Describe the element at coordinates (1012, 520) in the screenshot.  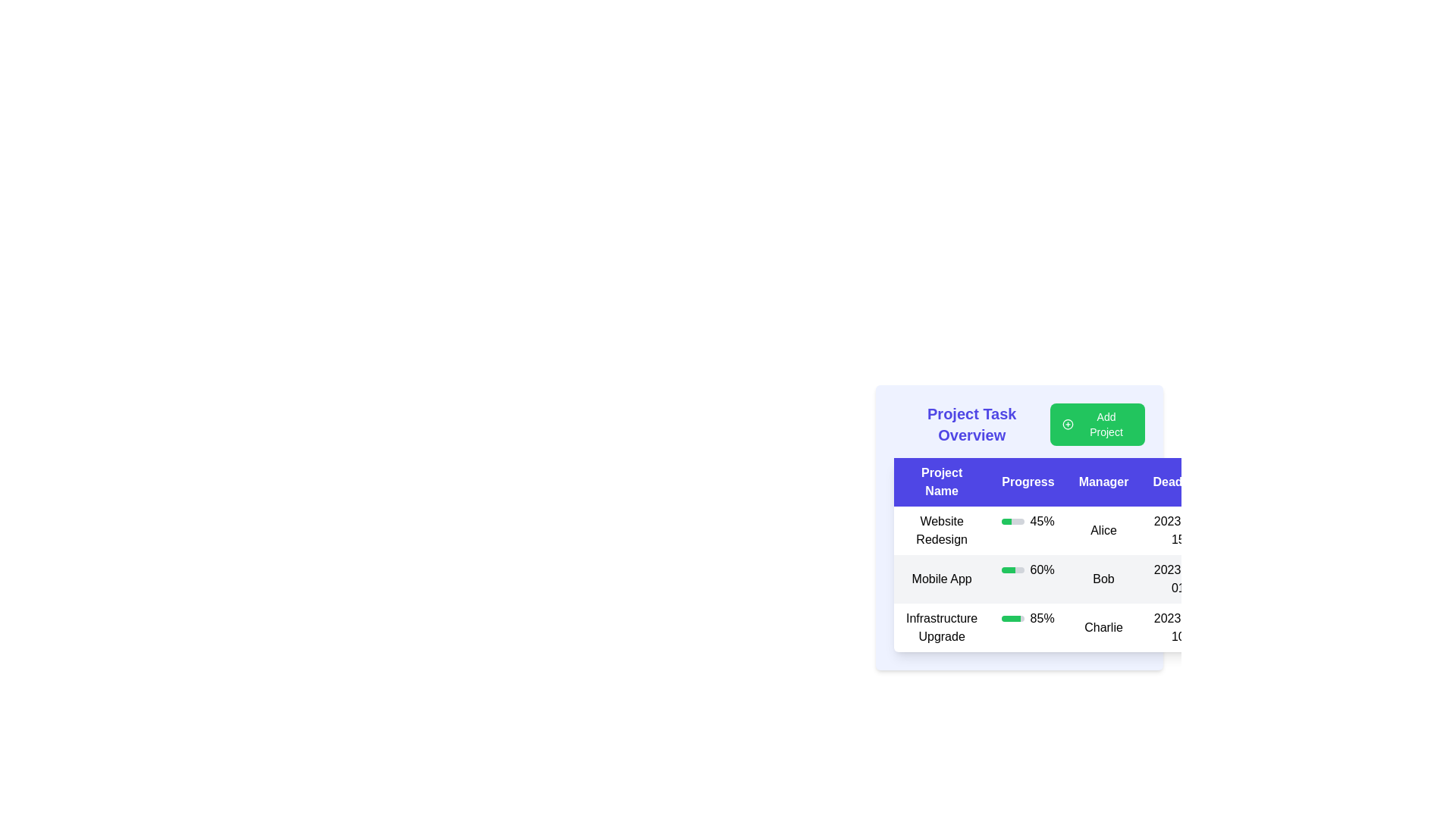
I see `the progress bar indicating 45% completion for the 'Website Redesign' project located in the 'Progress' column of the table` at that location.